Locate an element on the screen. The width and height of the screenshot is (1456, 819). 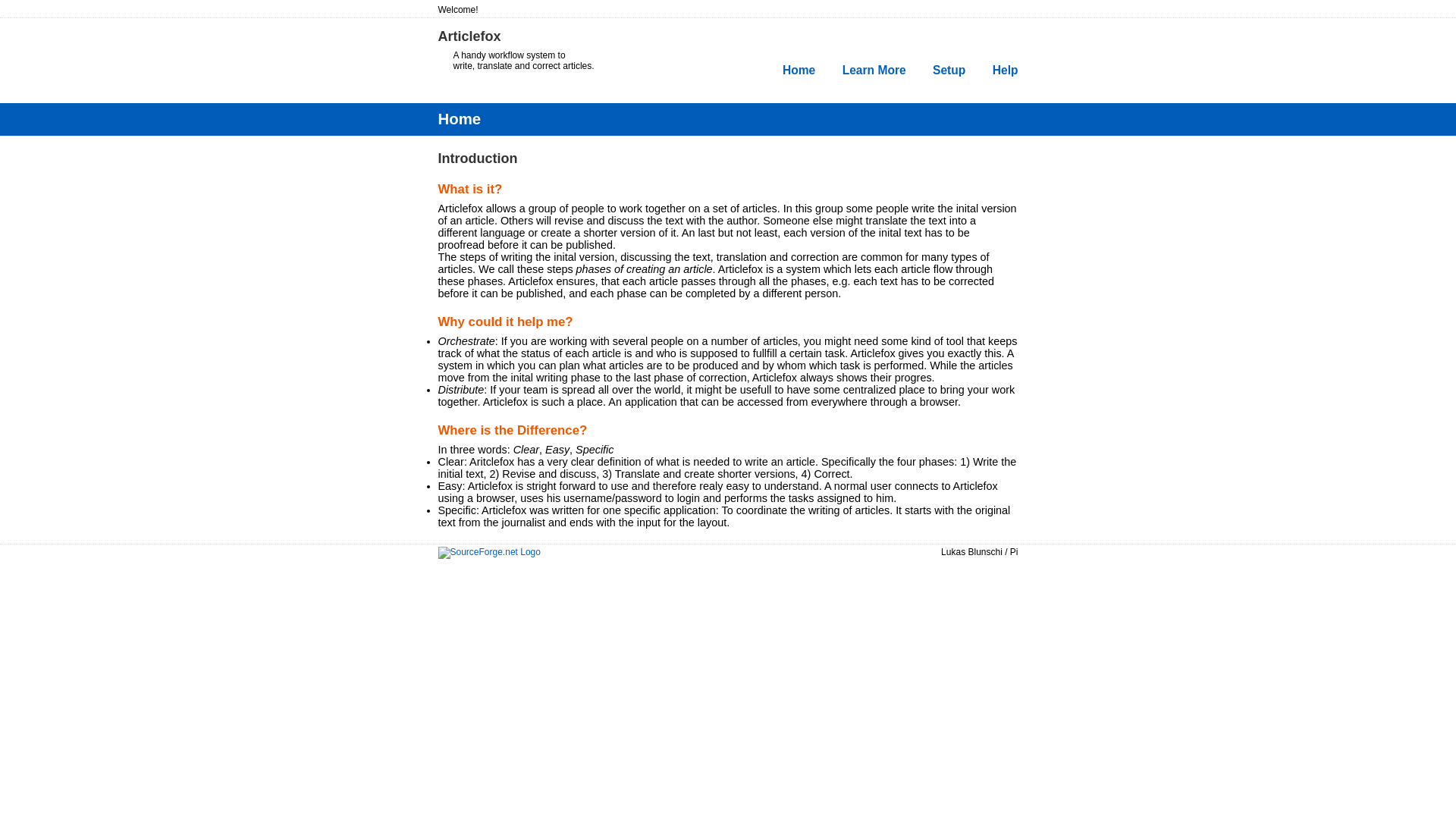
'Help' is located at coordinates (1005, 70).